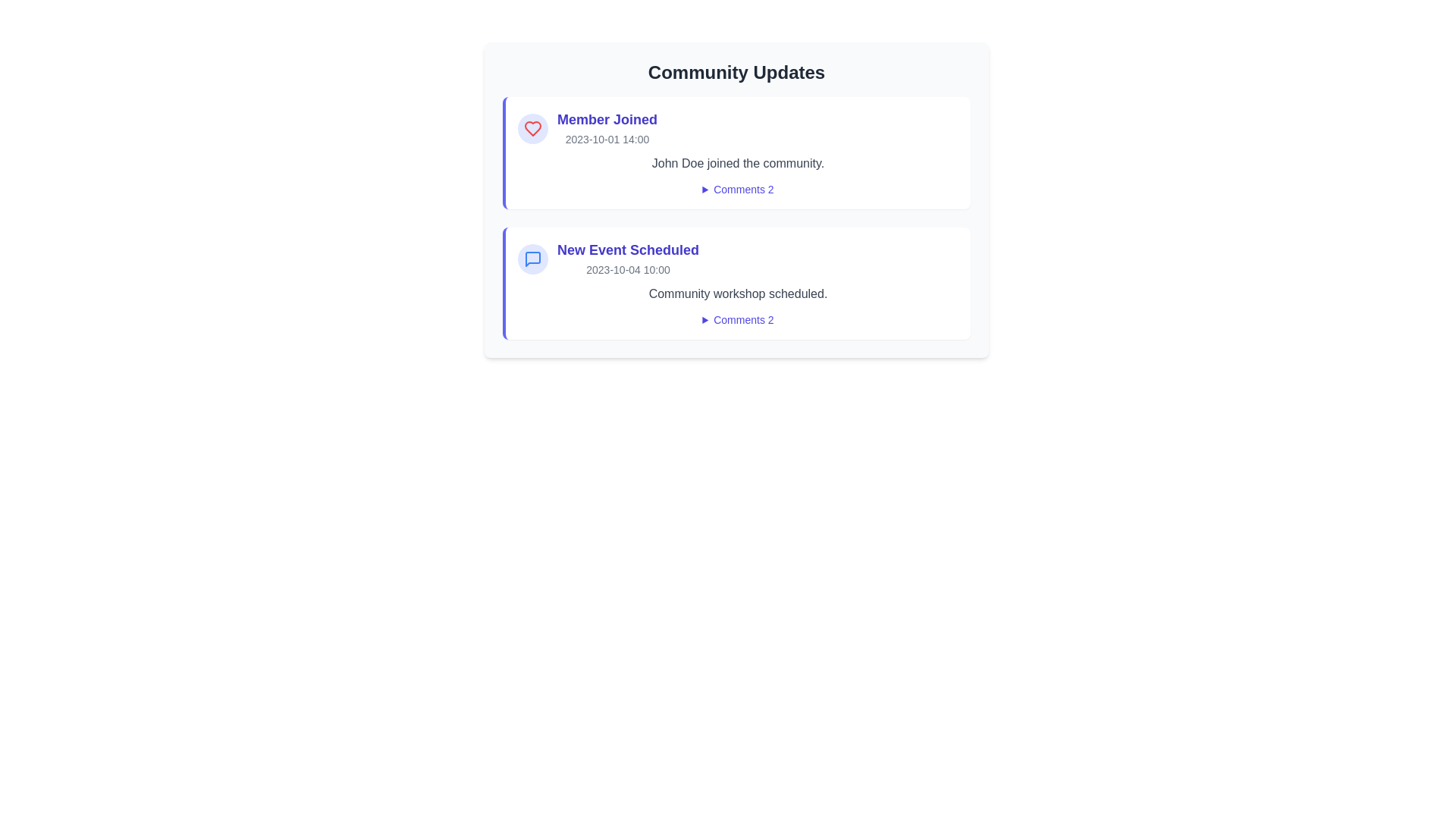 The width and height of the screenshot is (1456, 819). Describe the element at coordinates (532, 259) in the screenshot. I see `the circular icon with a light blue background on the left side of the second row in the community updates list, which indicates a 'New Event Scheduled'` at that location.